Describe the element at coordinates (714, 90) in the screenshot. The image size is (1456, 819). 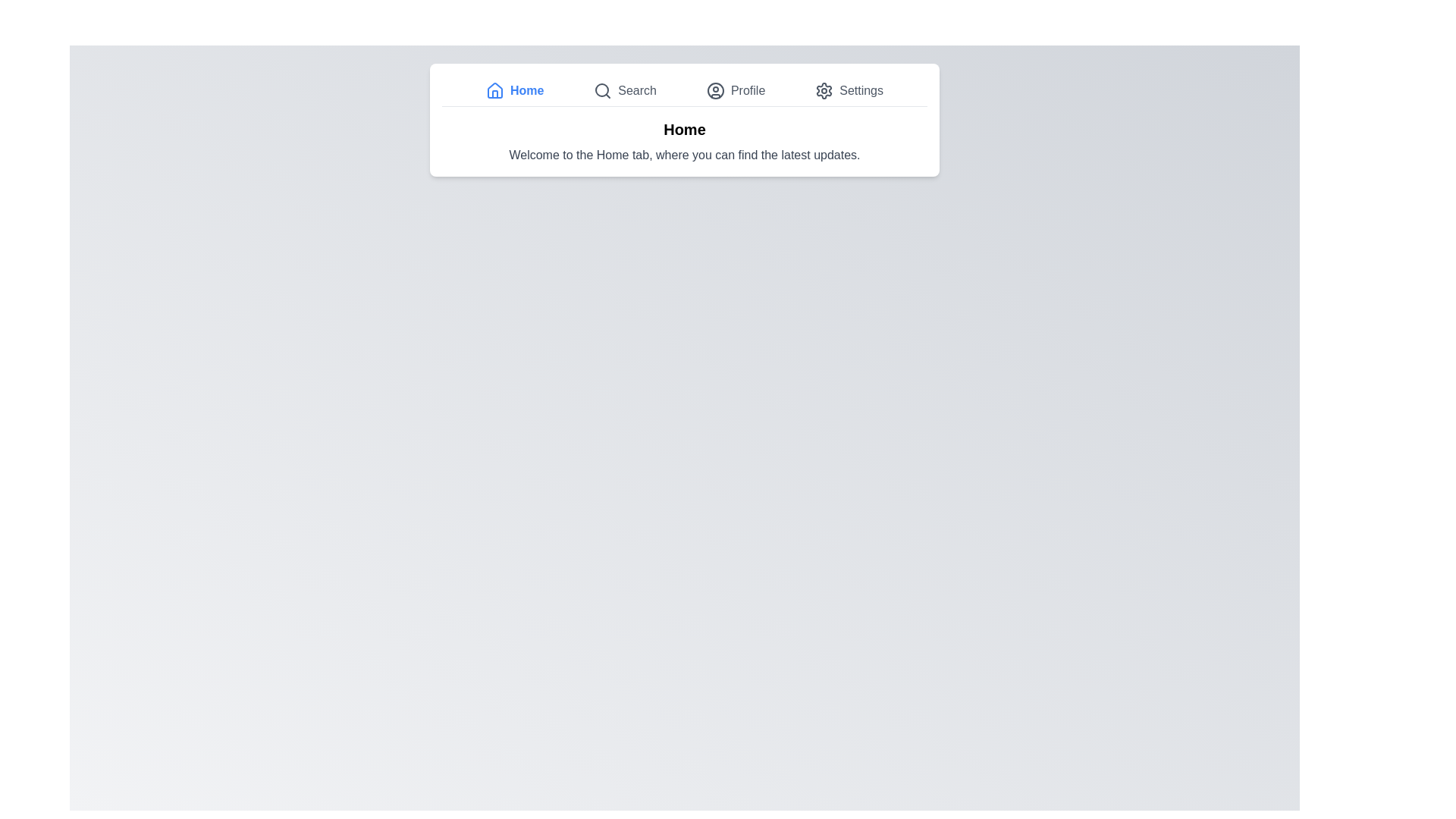
I see `the 'Profile' icon in the navigation bar` at that location.